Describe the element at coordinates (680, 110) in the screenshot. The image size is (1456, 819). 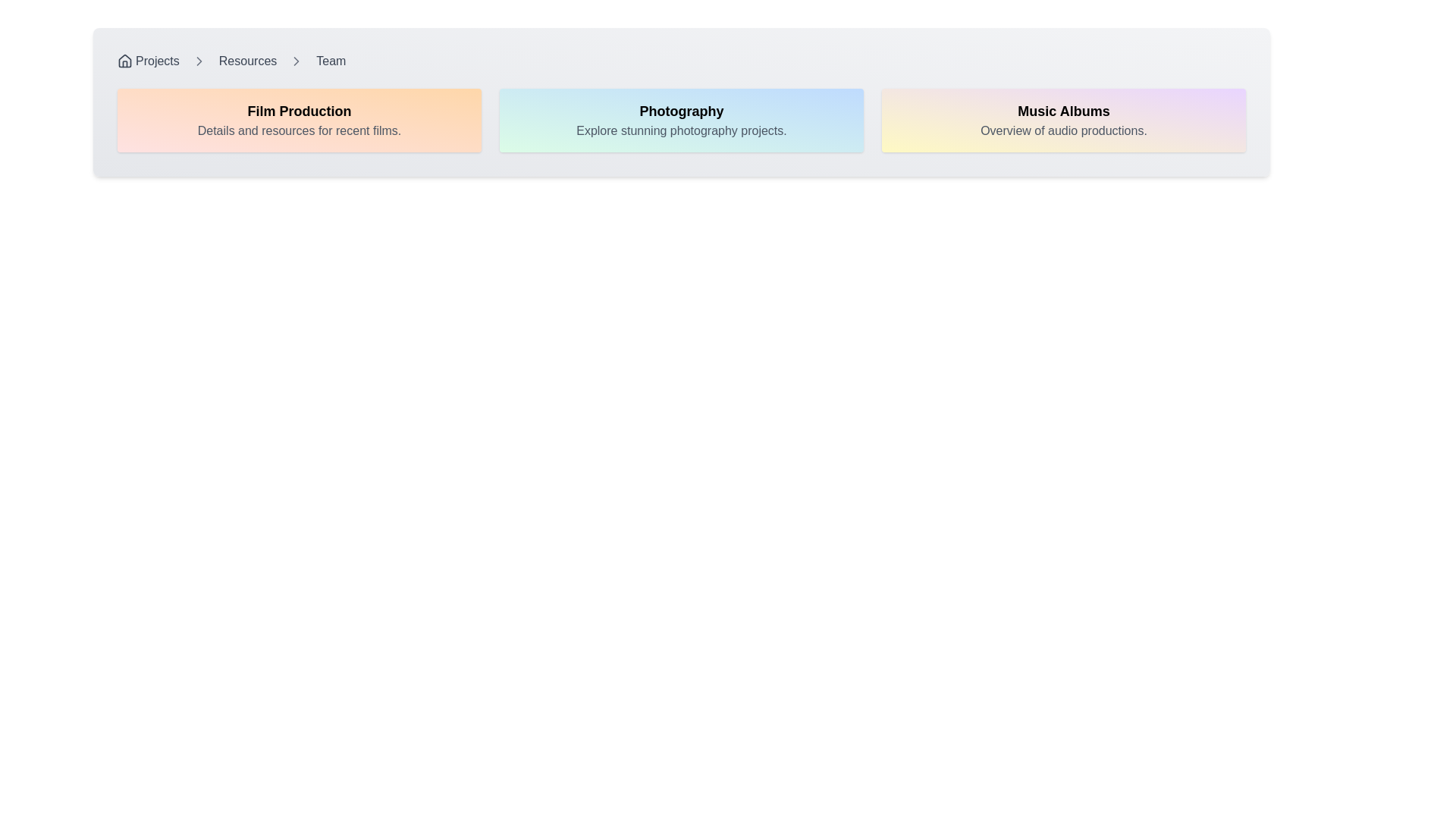
I see `the title/heading text element that clearly labels the topic of 'Photography,' which is centrally positioned above the text 'Explore stunning photography projects.'` at that location.